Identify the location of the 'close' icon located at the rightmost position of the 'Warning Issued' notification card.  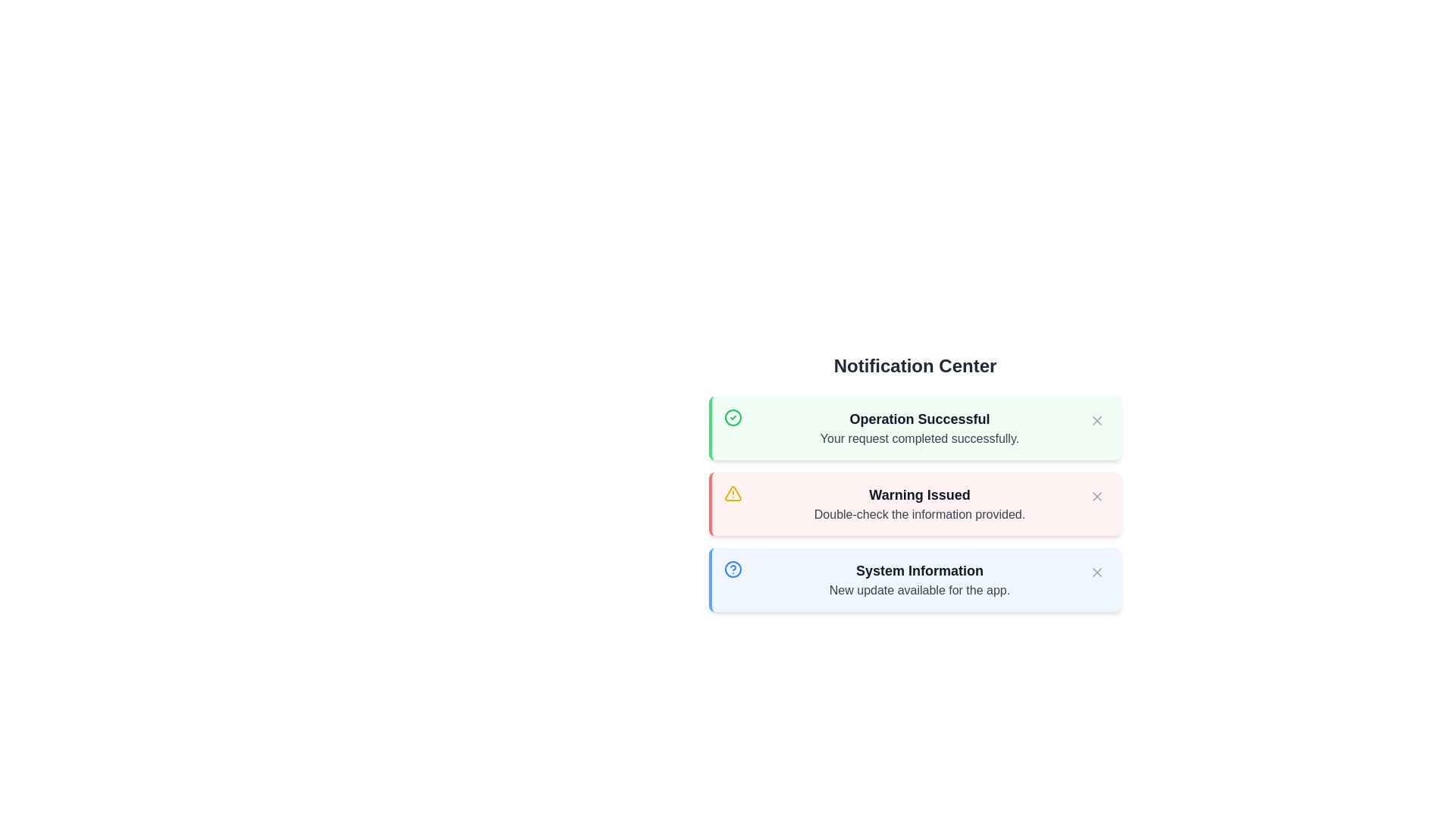
(1097, 497).